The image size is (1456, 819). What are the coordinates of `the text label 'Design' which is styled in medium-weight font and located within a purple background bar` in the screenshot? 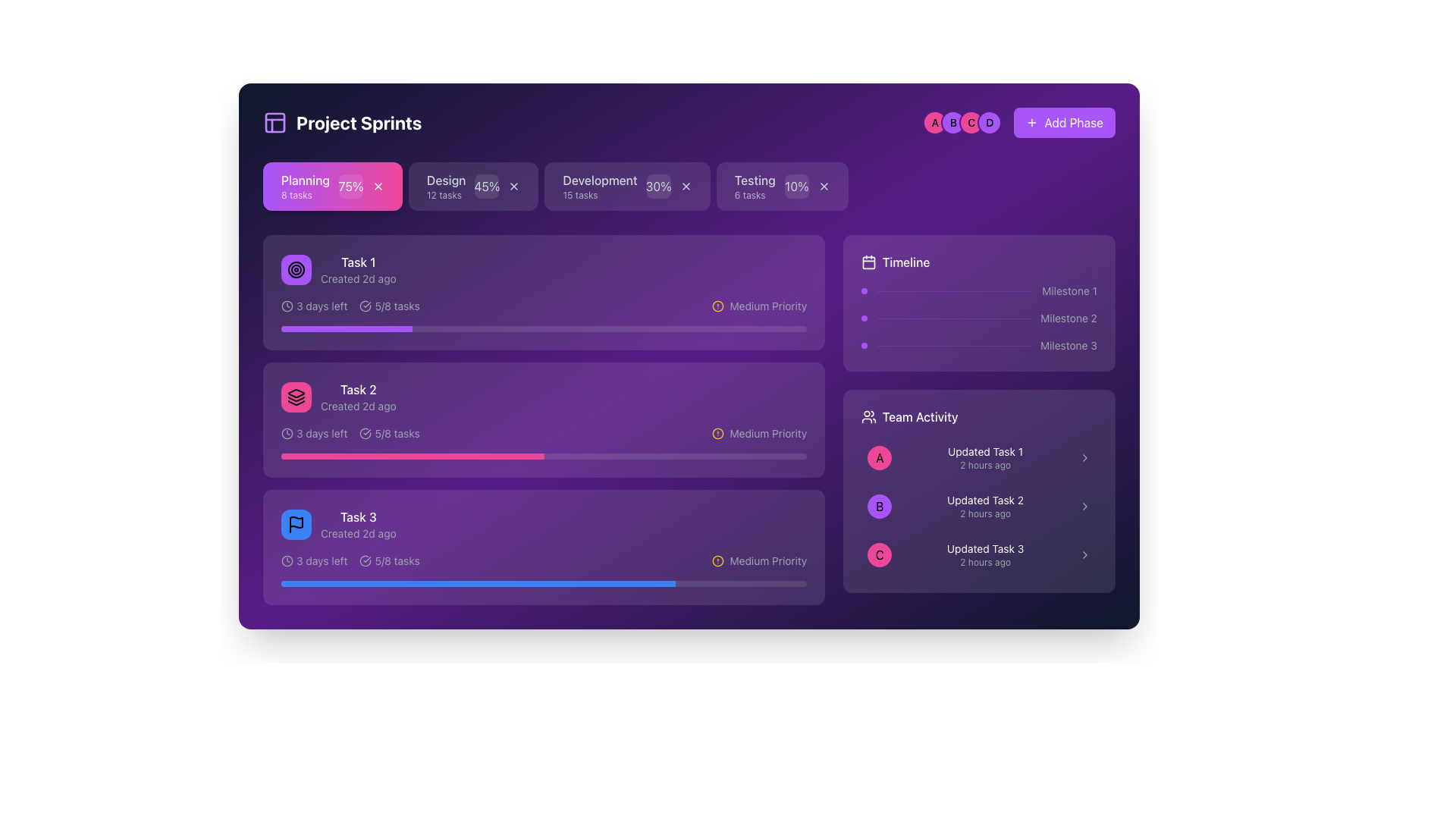 It's located at (445, 180).